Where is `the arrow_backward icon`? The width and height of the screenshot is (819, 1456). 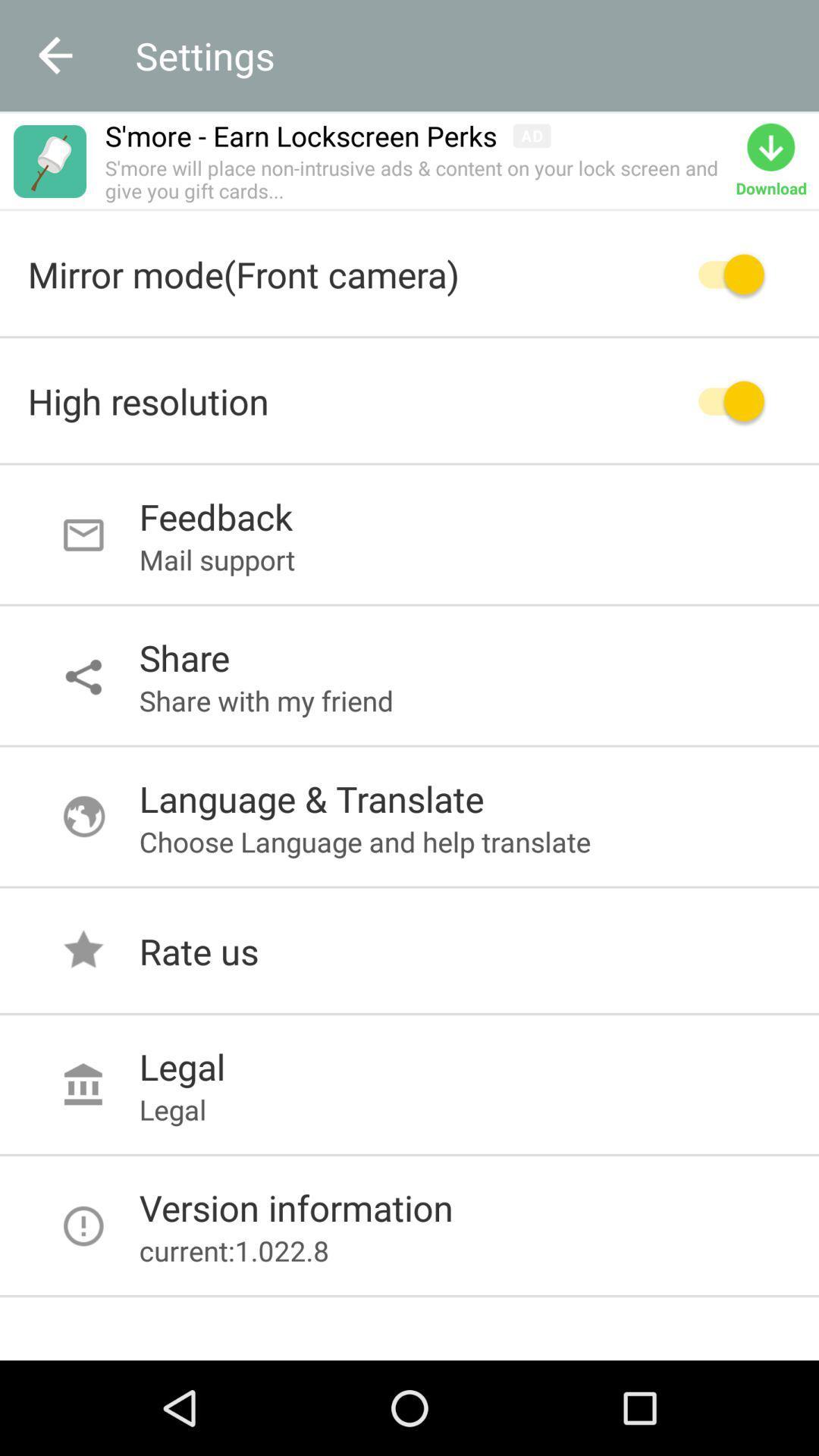
the arrow_backward icon is located at coordinates (55, 55).